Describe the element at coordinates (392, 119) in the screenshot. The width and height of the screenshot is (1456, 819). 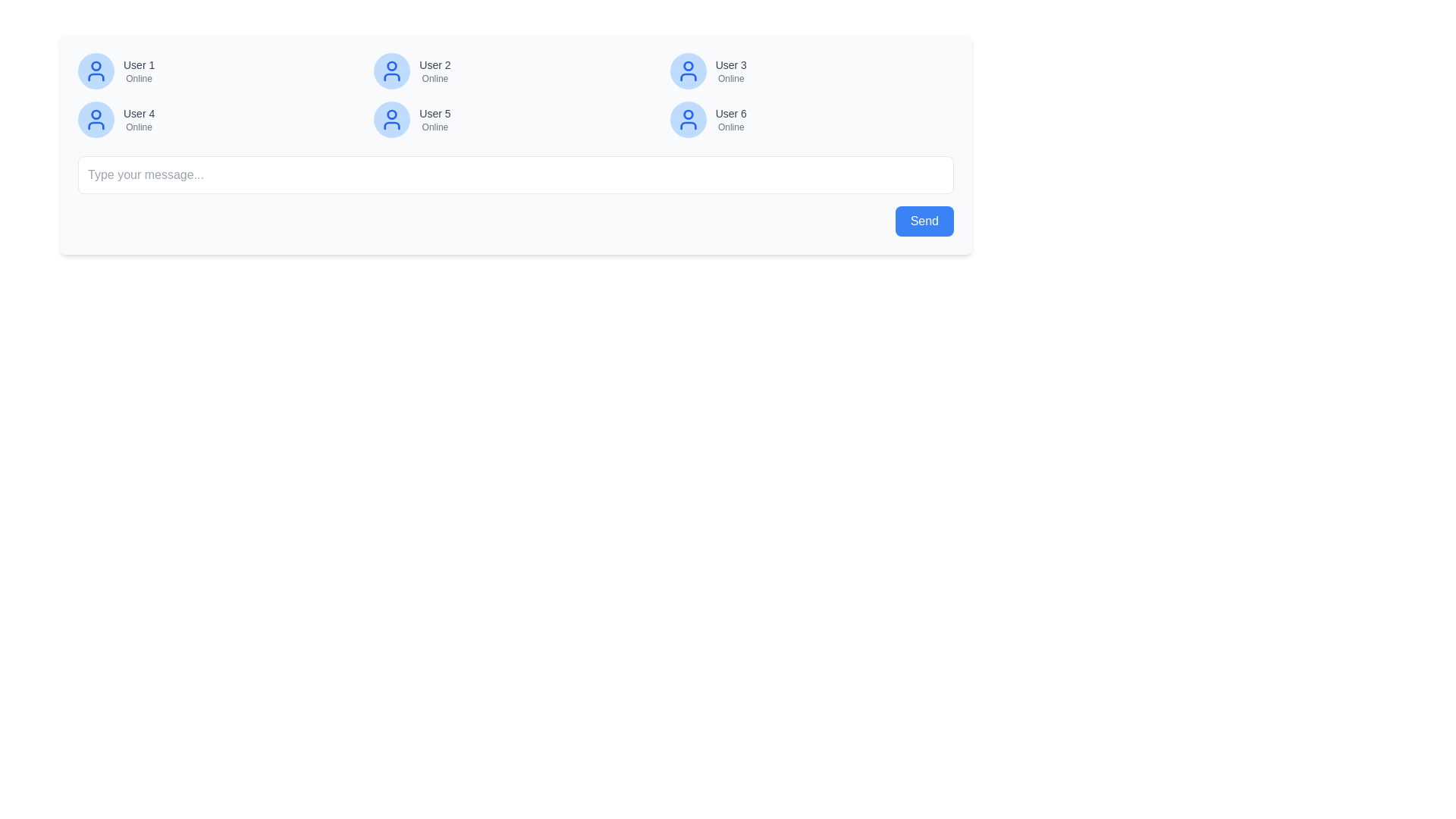
I see `the User Icon, which is a circular icon with a light blue background and a user-shaped silhouette in blue, positioned to the left of 'User 5' and 'Online' in the second row of user entries` at that location.